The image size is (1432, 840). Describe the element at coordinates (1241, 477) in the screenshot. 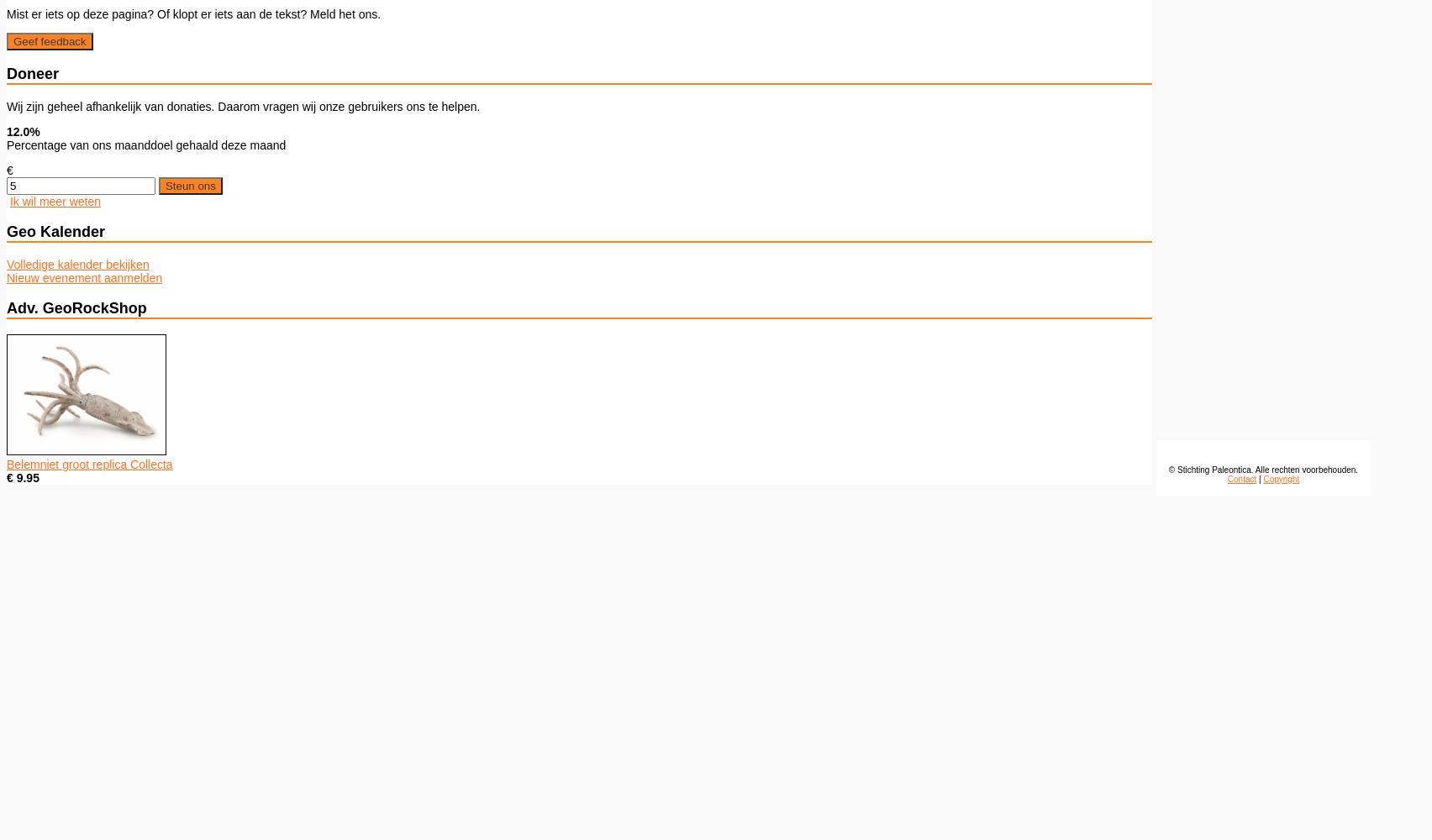

I see `'Contact'` at that location.